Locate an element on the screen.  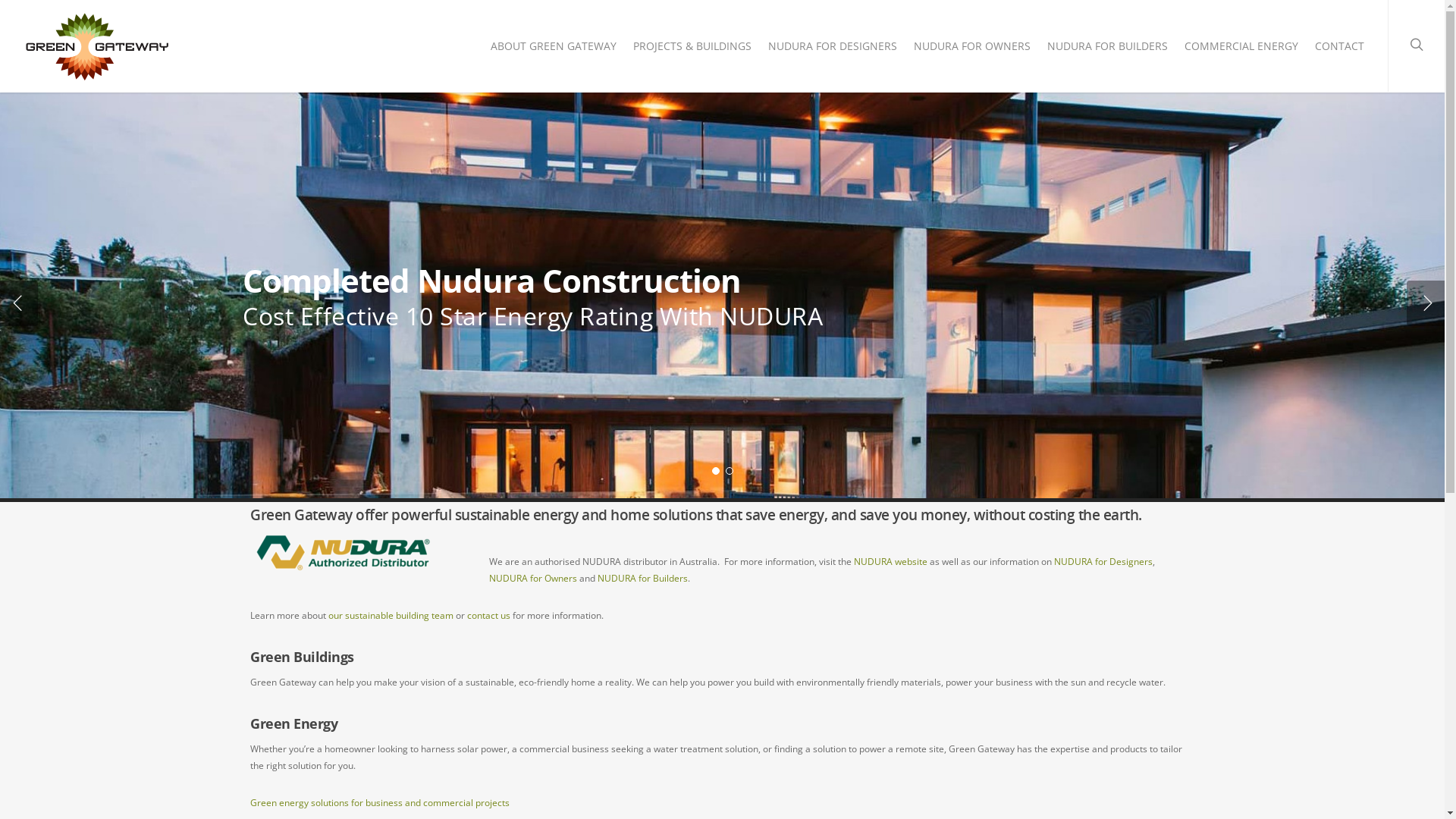
'NUDURA for Builders' is located at coordinates (642, 578).